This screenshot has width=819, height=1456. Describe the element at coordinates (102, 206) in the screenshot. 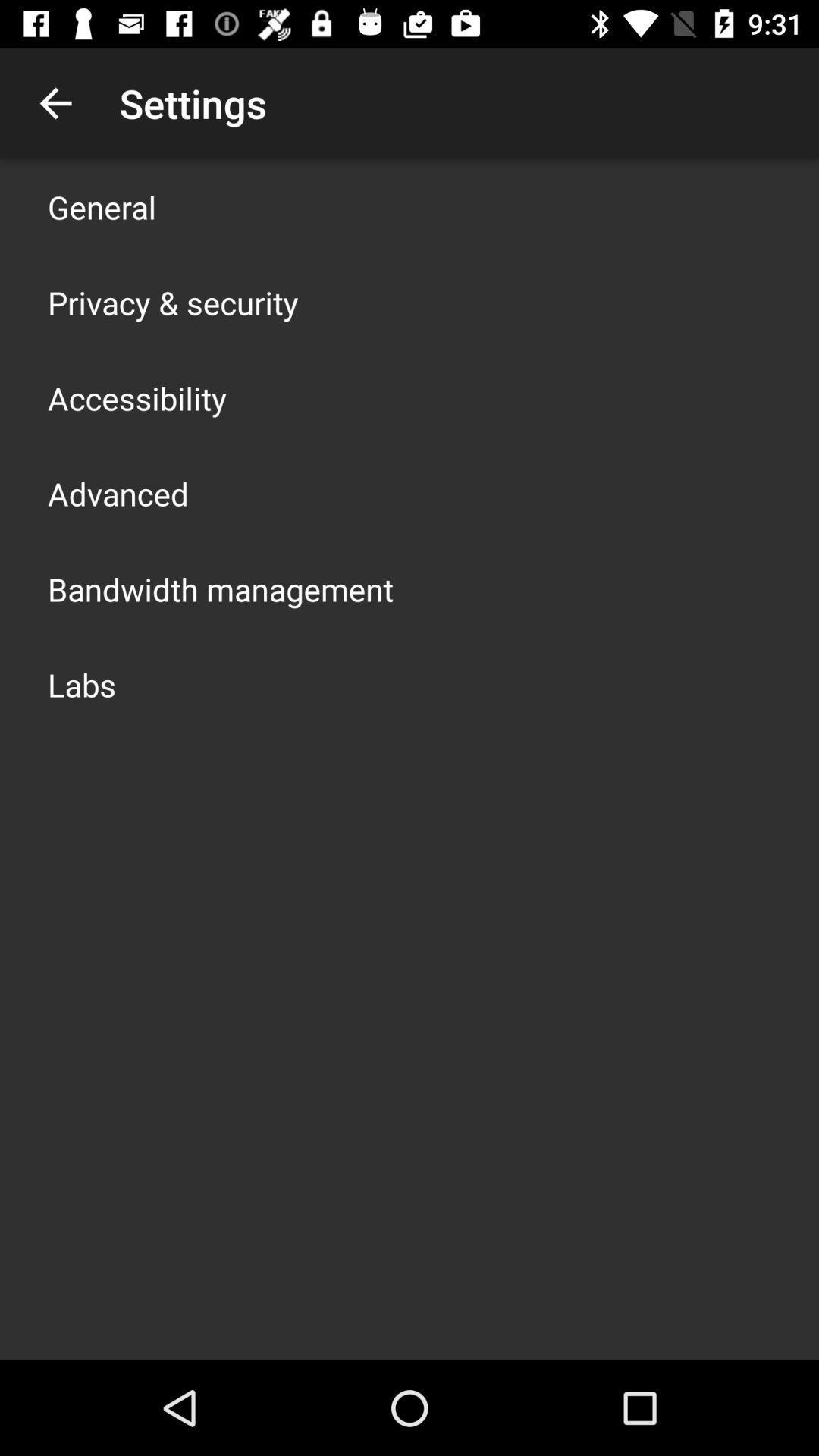

I see `the general icon` at that location.